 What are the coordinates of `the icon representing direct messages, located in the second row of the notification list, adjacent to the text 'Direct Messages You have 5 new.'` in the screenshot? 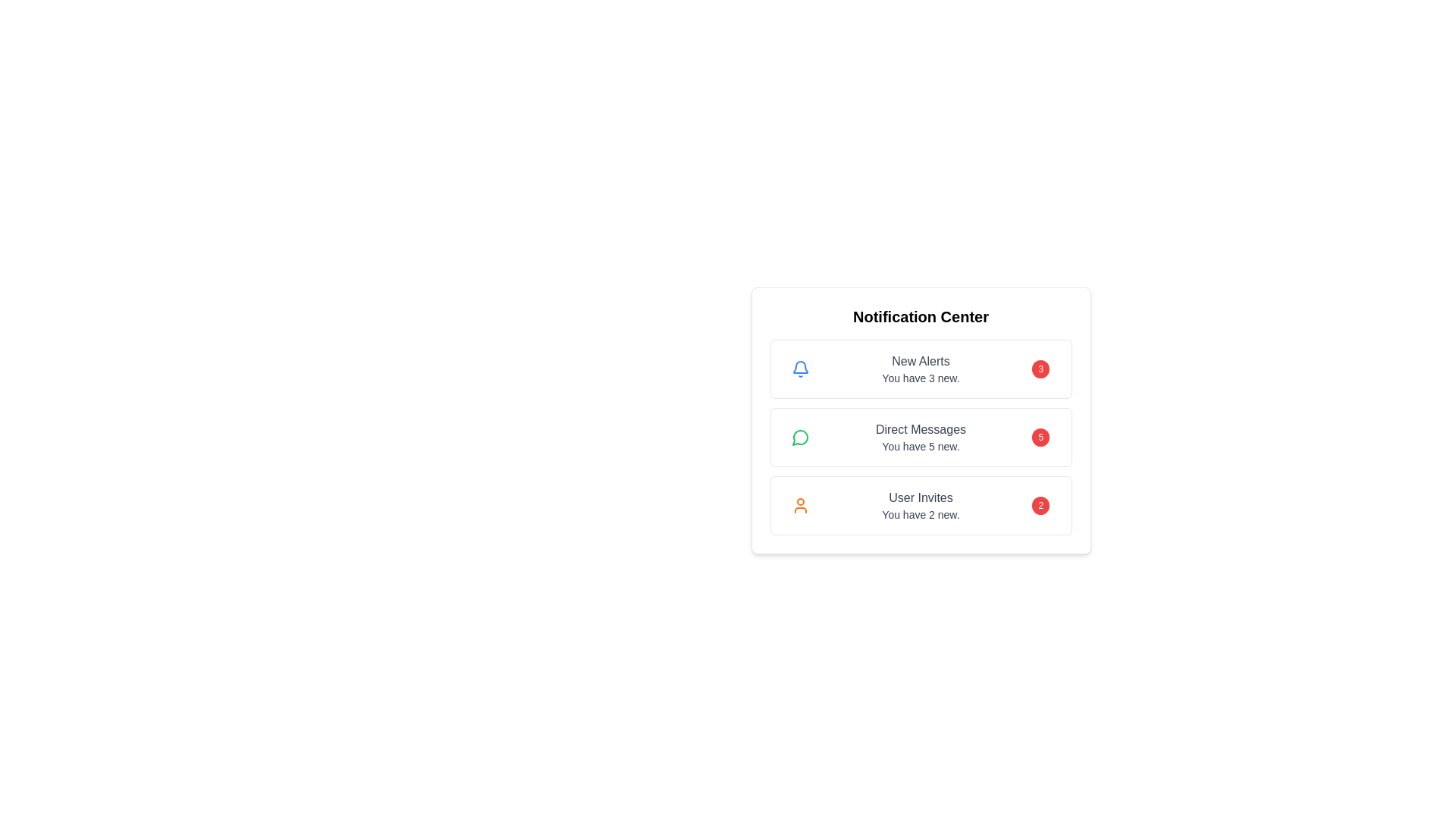 It's located at (800, 438).